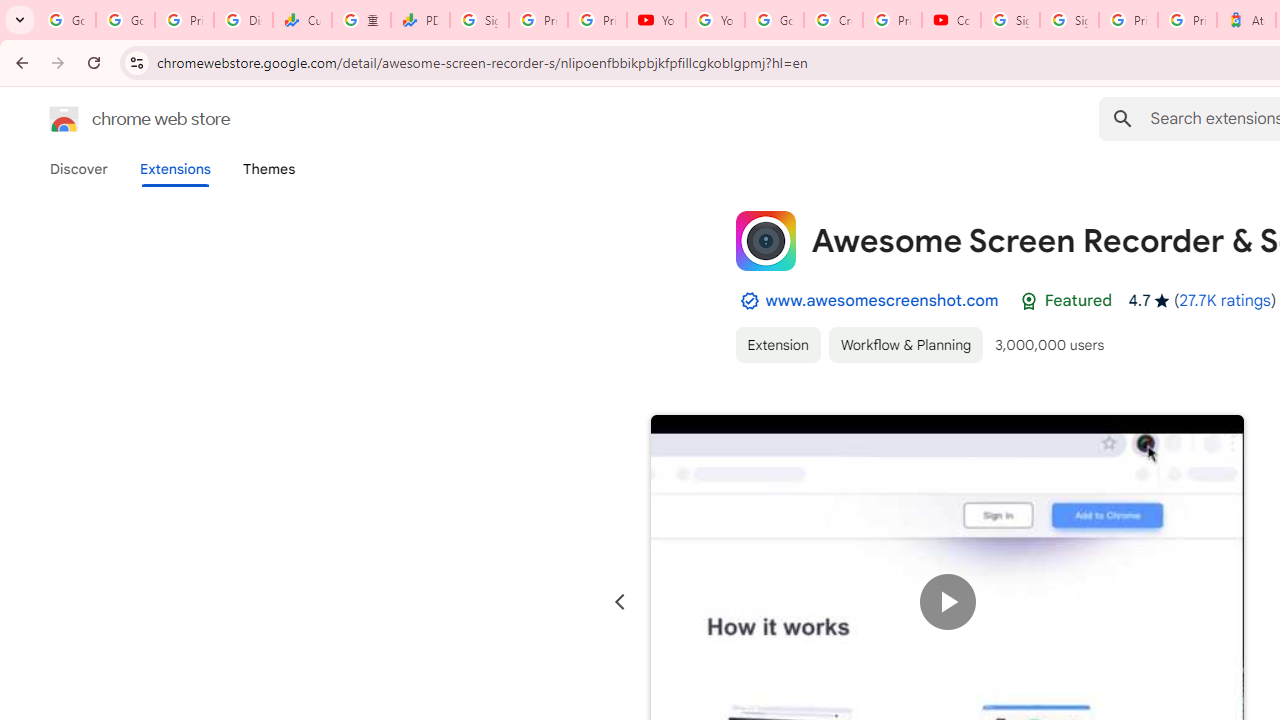 This screenshot has height=720, width=1280. I want to click on 'Create your Google Account', so click(833, 20).